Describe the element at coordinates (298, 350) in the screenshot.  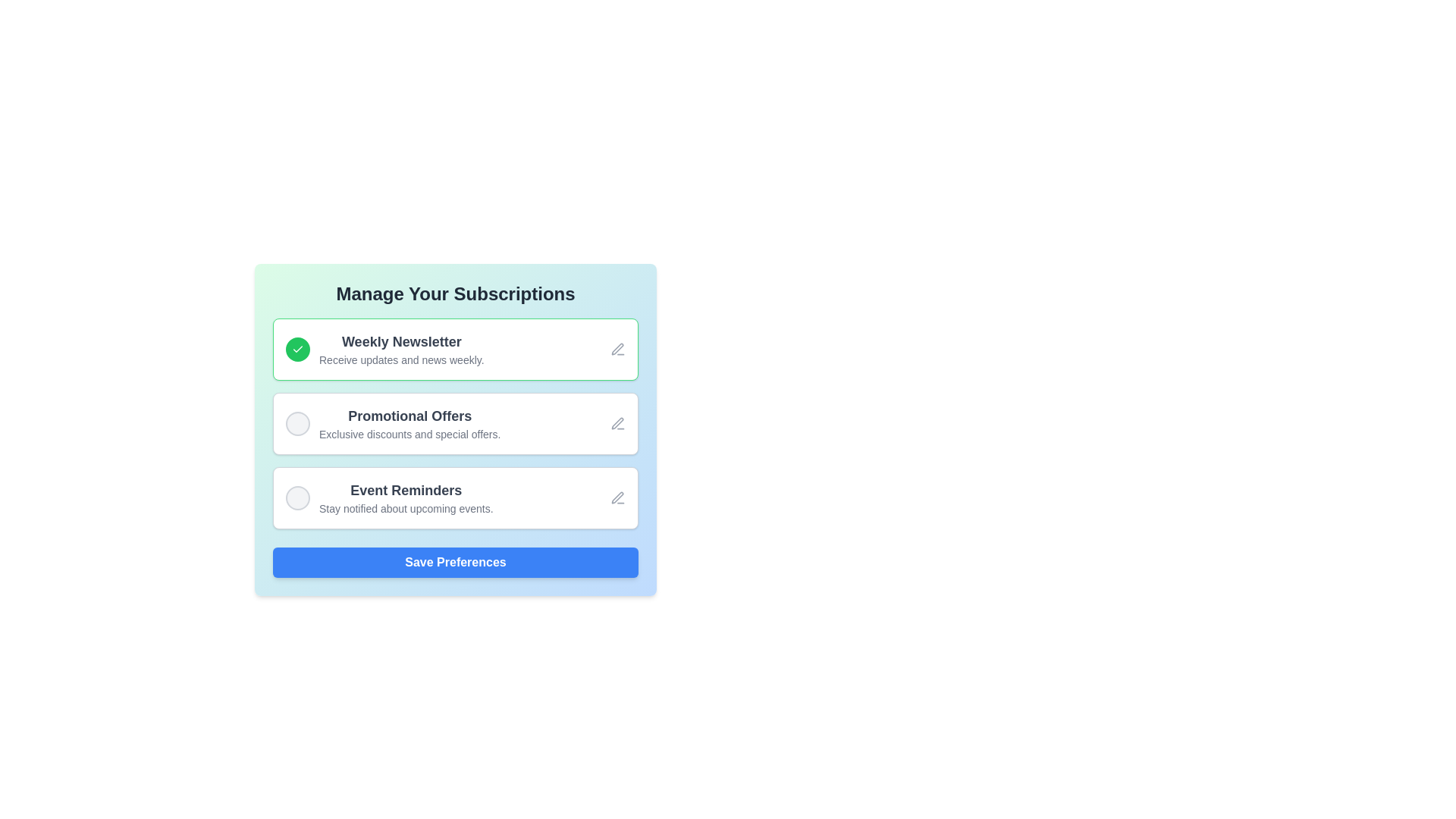
I see `the selection state icon representing the 'Weekly Newsletter' option, which is positioned to the left of the associated text` at that location.